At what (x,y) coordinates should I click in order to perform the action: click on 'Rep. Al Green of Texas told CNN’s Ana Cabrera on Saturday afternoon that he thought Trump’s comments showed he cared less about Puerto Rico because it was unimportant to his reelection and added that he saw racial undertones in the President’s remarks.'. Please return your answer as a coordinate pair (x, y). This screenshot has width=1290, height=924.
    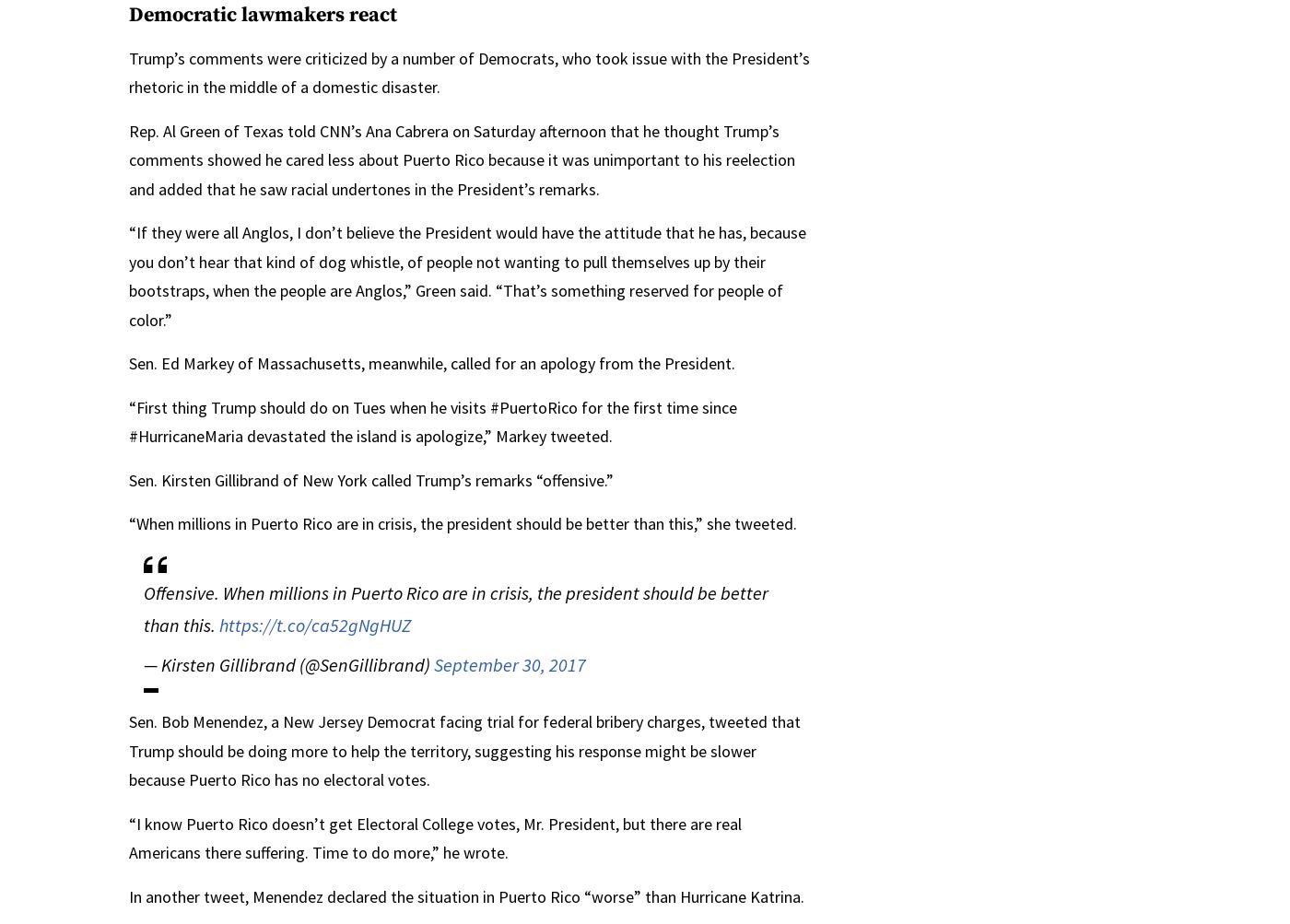
    Looking at the image, I should click on (462, 158).